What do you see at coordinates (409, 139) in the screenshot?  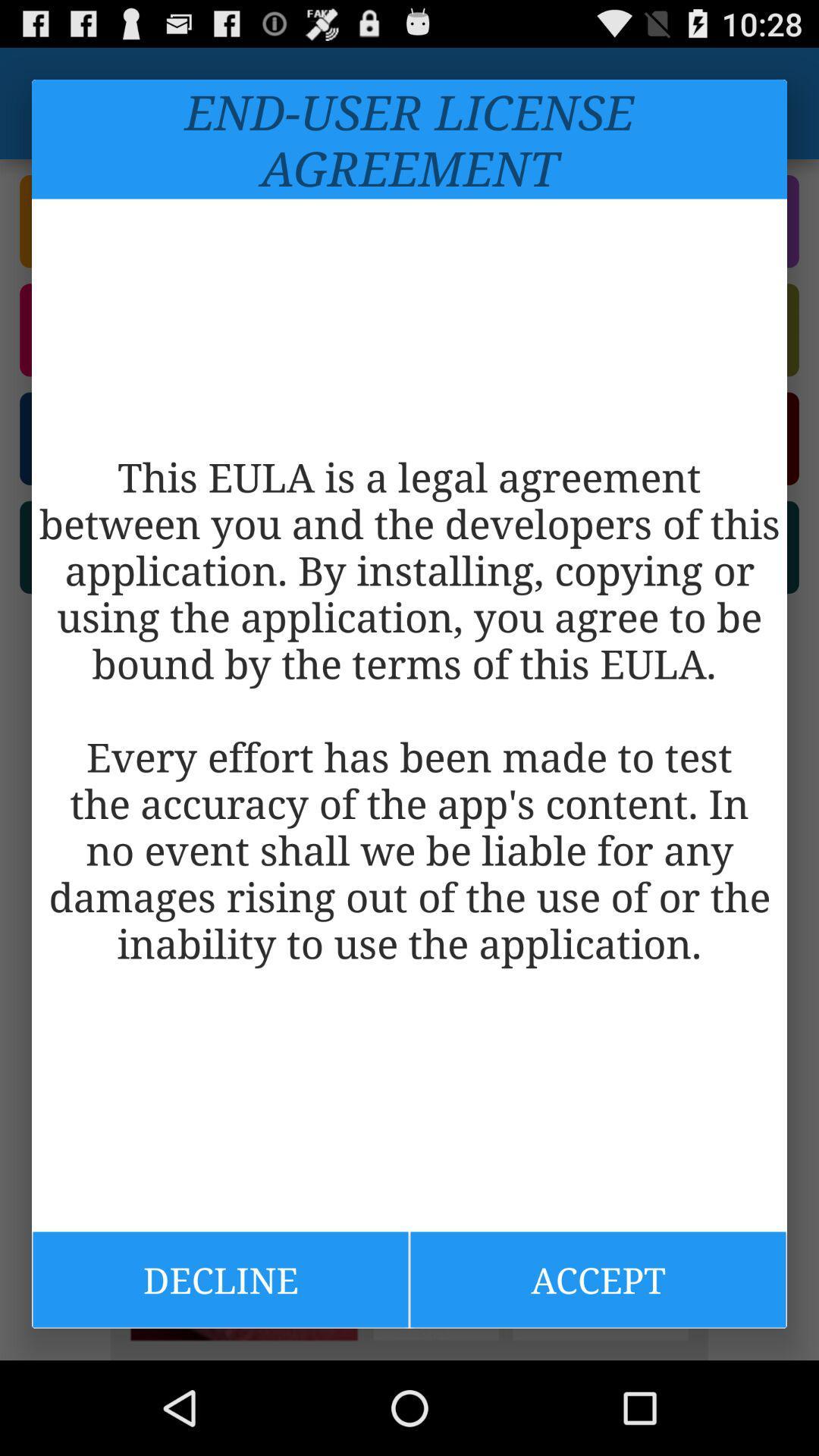 I see `the item above this eula is item` at bounding box center [409, 139].